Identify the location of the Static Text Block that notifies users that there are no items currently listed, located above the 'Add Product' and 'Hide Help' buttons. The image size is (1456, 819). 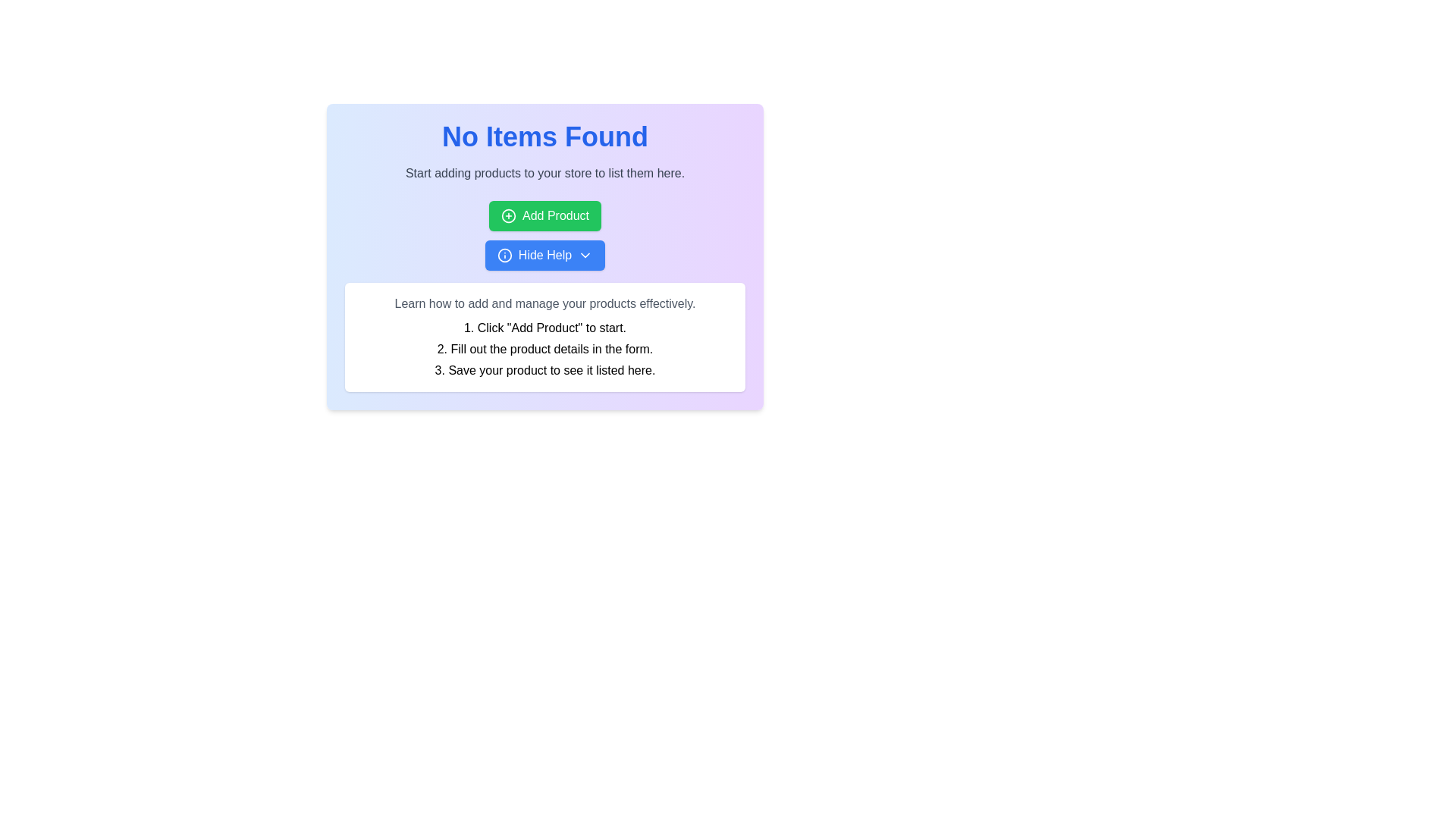
(545, 152).